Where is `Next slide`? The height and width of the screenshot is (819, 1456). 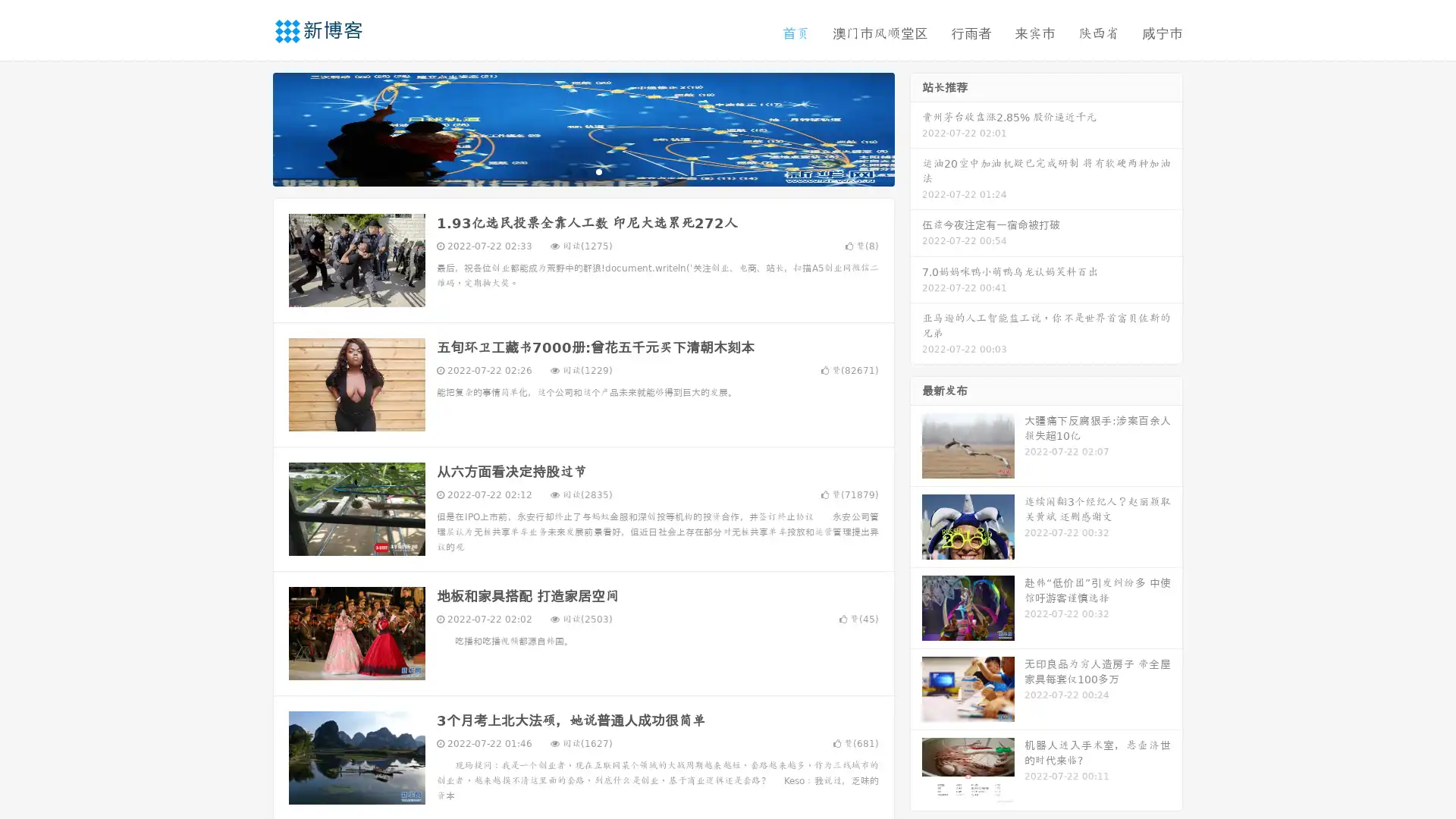 Next slide is located at coordinates (916, 127).